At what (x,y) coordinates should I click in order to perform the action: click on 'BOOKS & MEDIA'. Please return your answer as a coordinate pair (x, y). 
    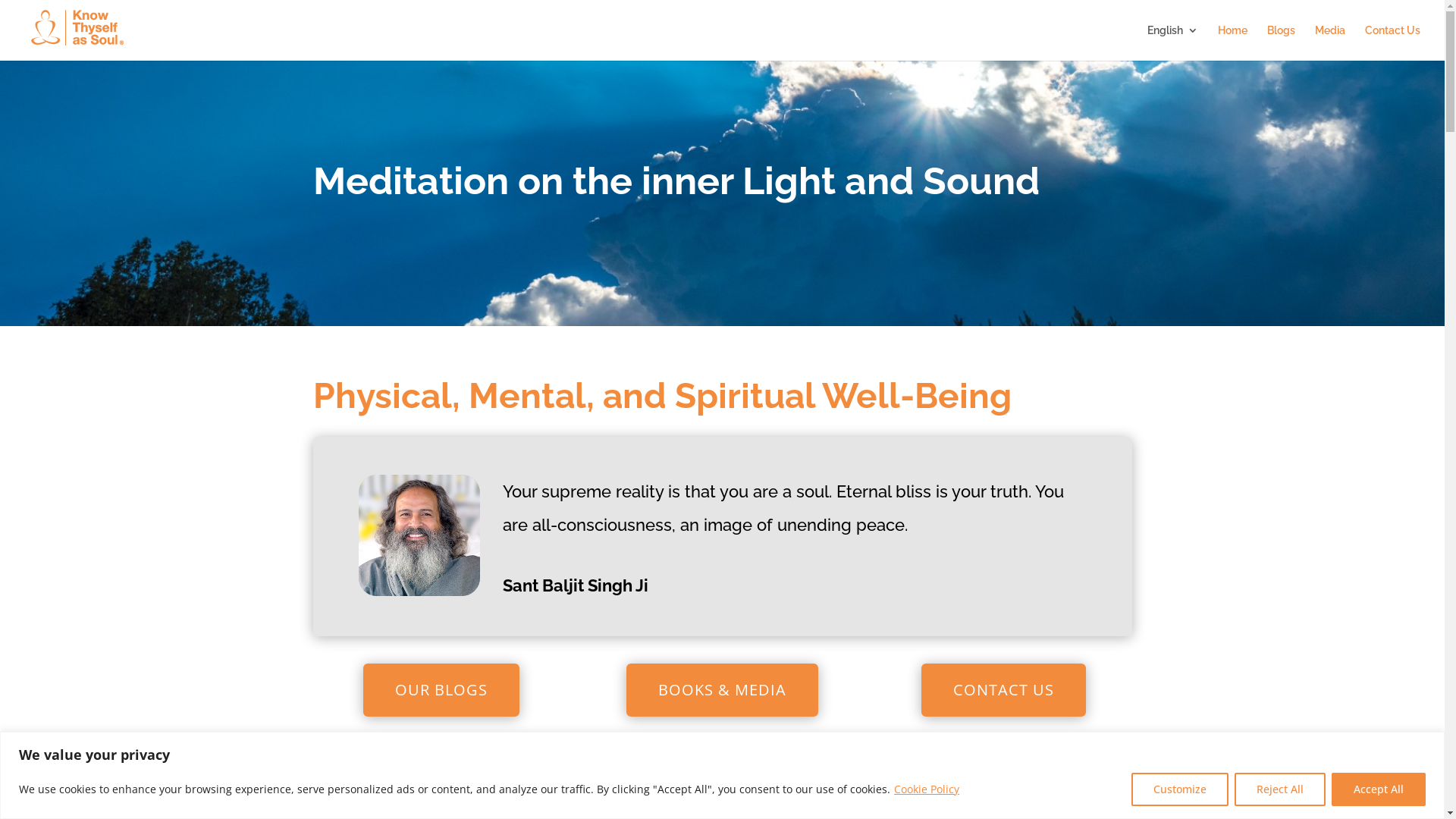
    Looking at the image, I should click on (721, 690).